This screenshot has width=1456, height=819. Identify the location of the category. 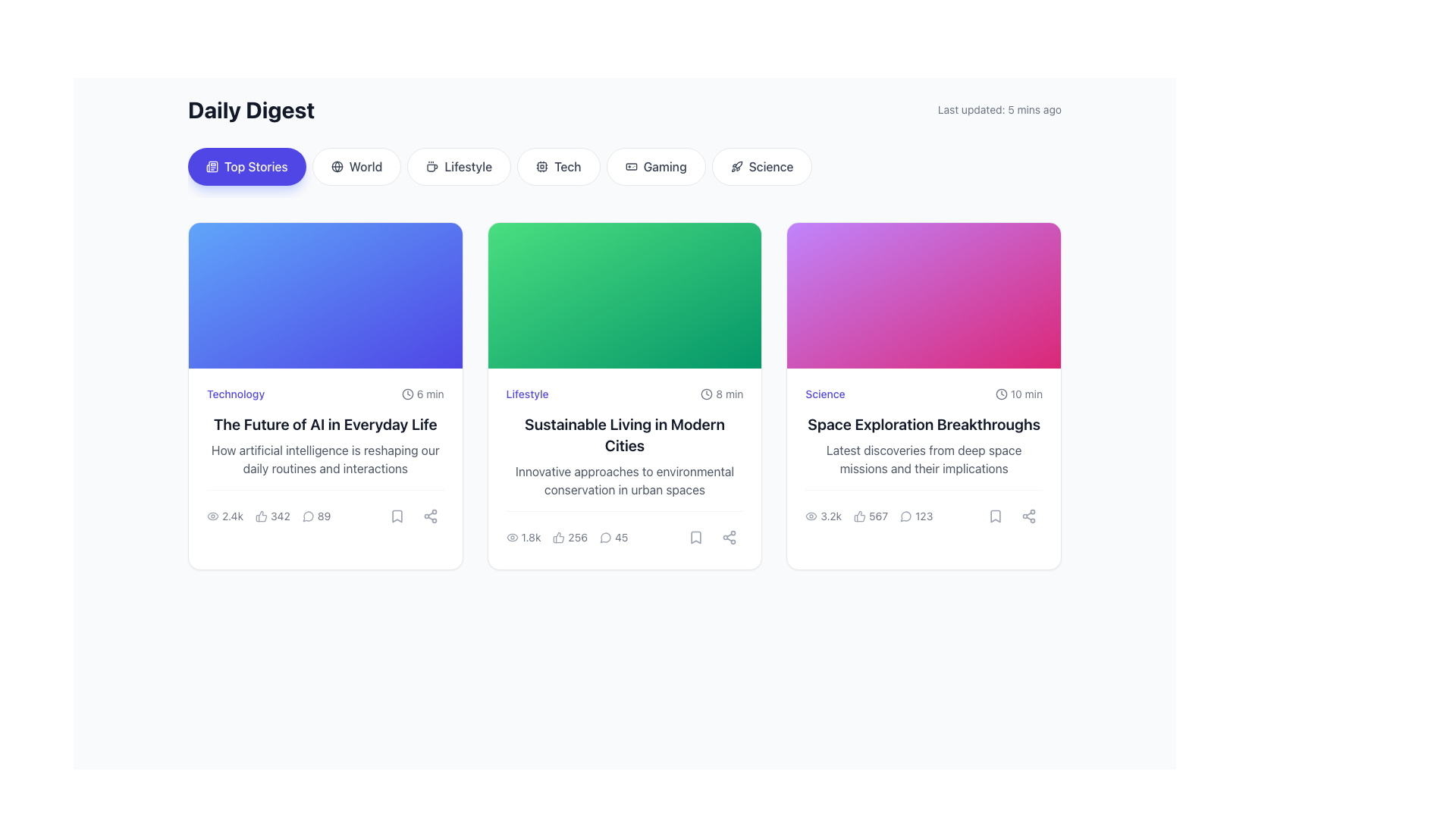
(235, 394).